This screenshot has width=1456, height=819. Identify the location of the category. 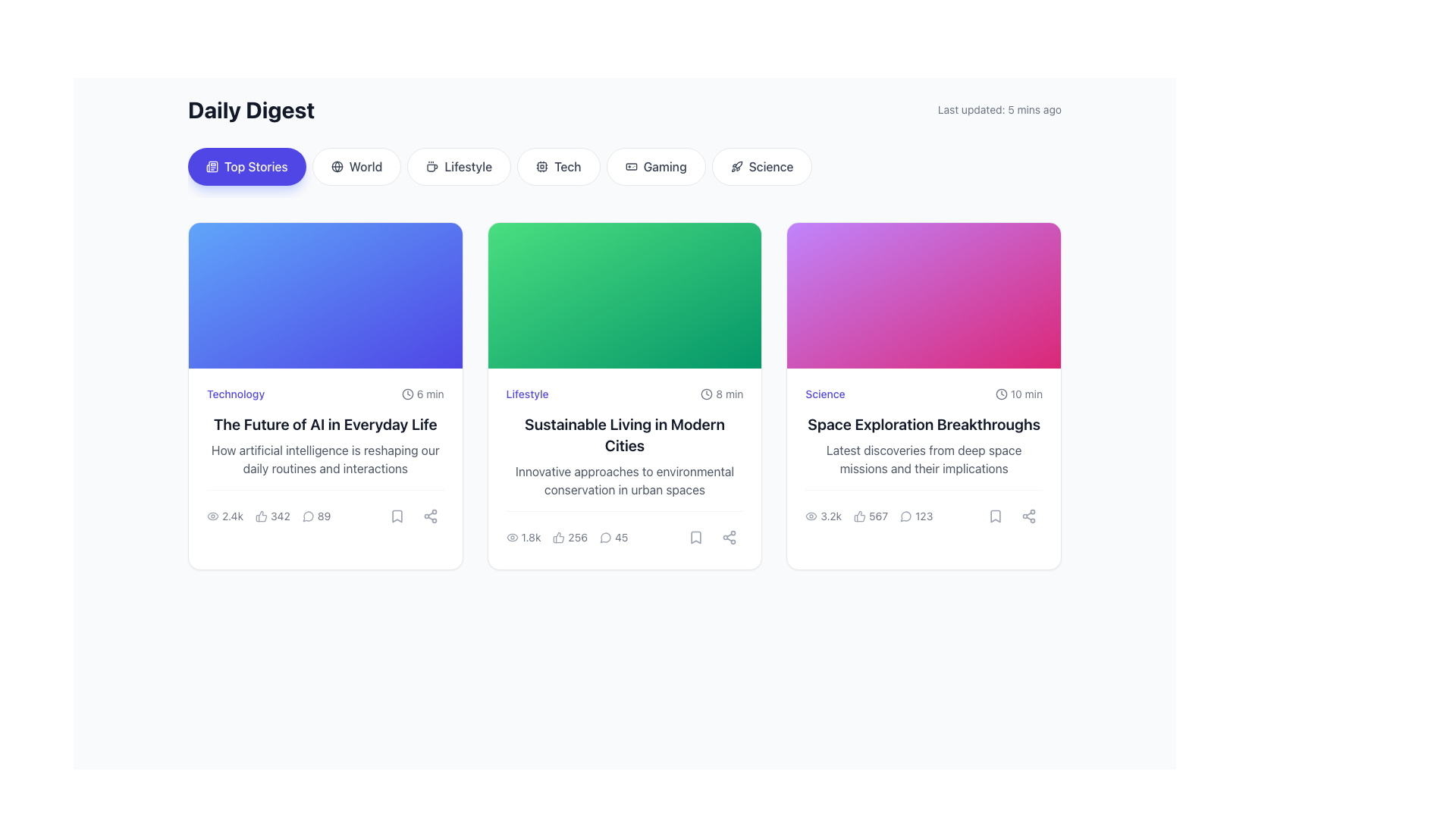
(235, 394).